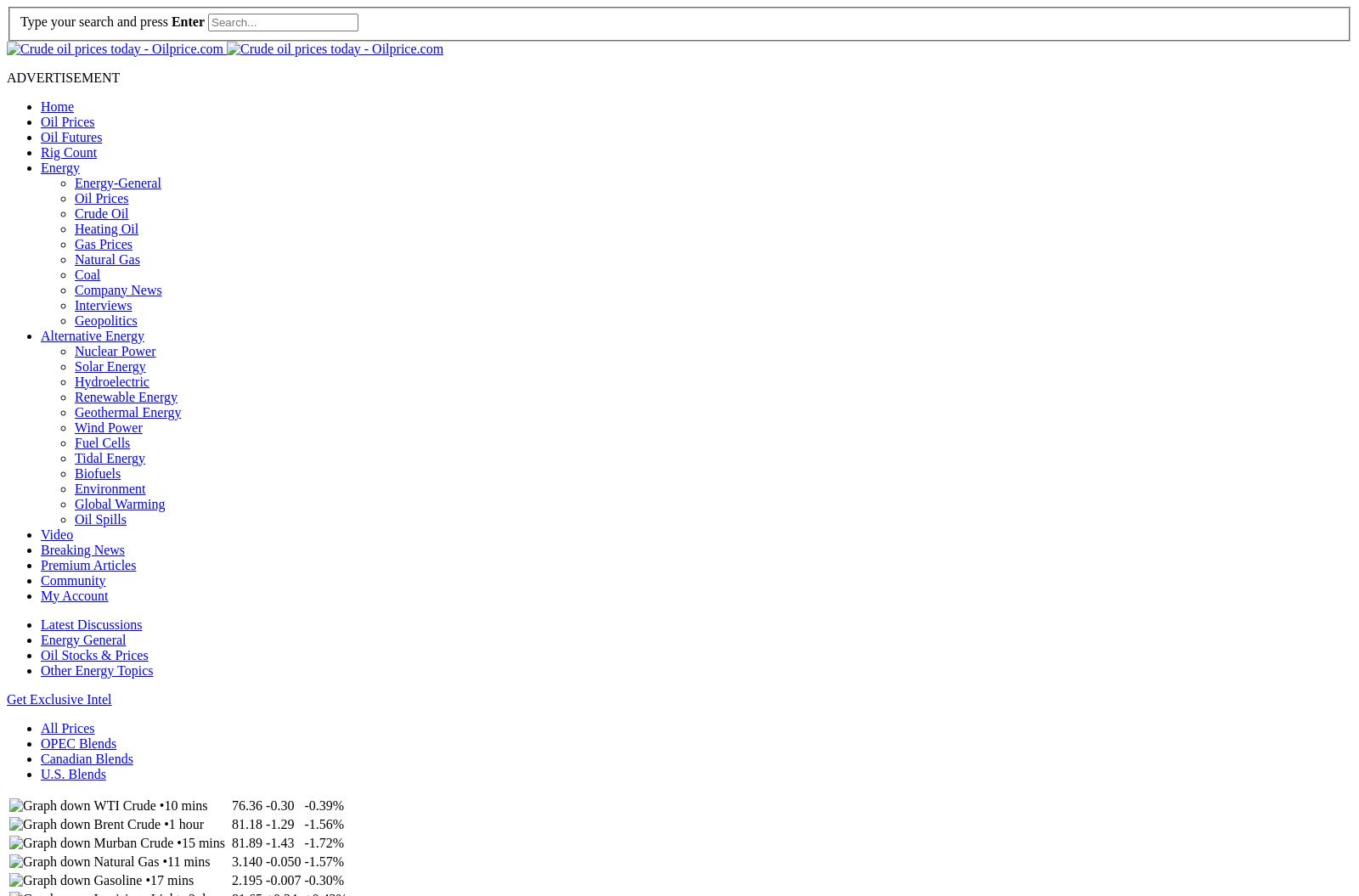  Describe the element at coordinates (62, 76) in the screenshot. I see `'ADVERTISEMENT'` at that location.